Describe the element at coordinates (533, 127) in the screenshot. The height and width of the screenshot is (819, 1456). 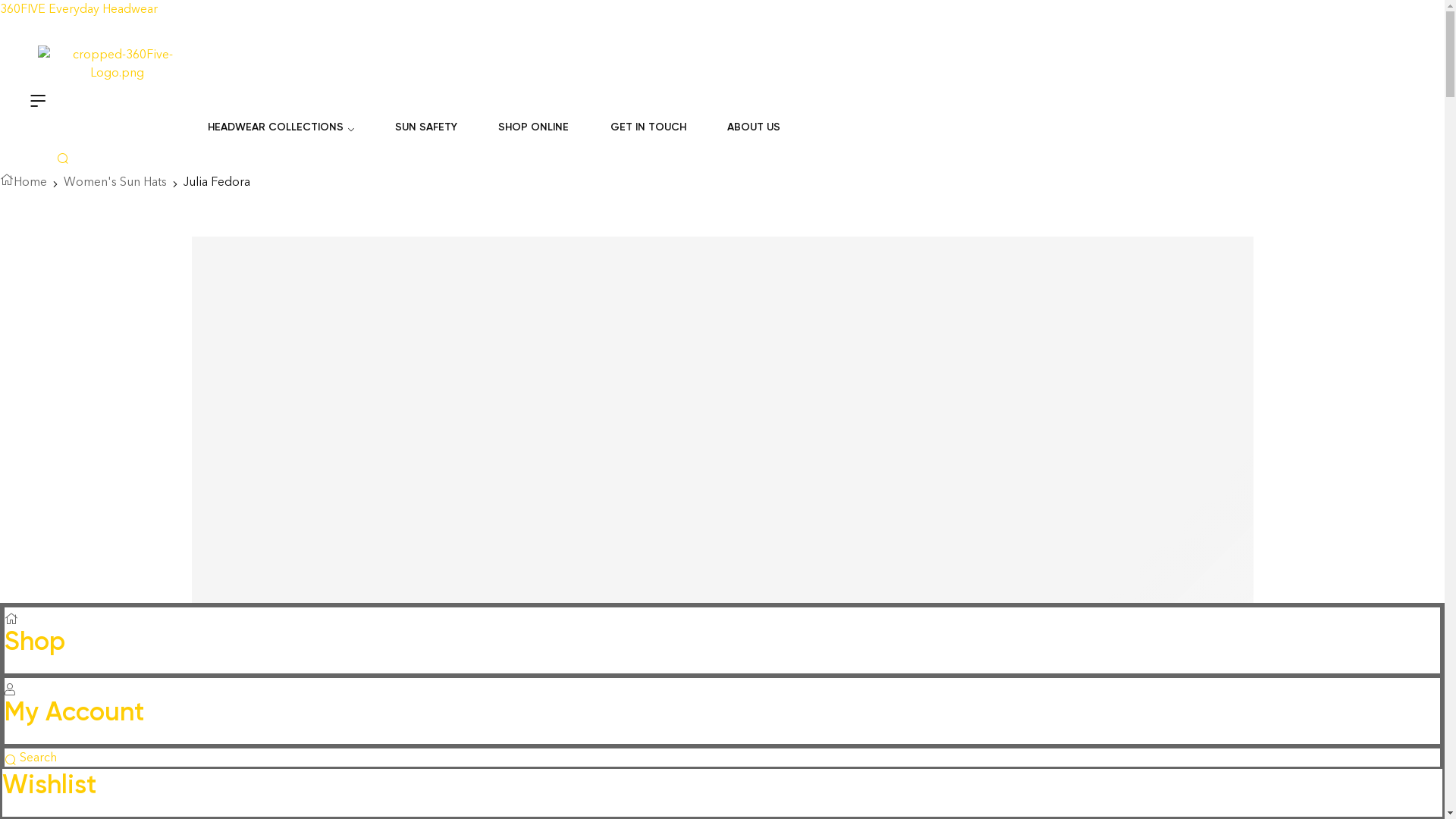
I see `'SHOP ONLINE'` at that location.